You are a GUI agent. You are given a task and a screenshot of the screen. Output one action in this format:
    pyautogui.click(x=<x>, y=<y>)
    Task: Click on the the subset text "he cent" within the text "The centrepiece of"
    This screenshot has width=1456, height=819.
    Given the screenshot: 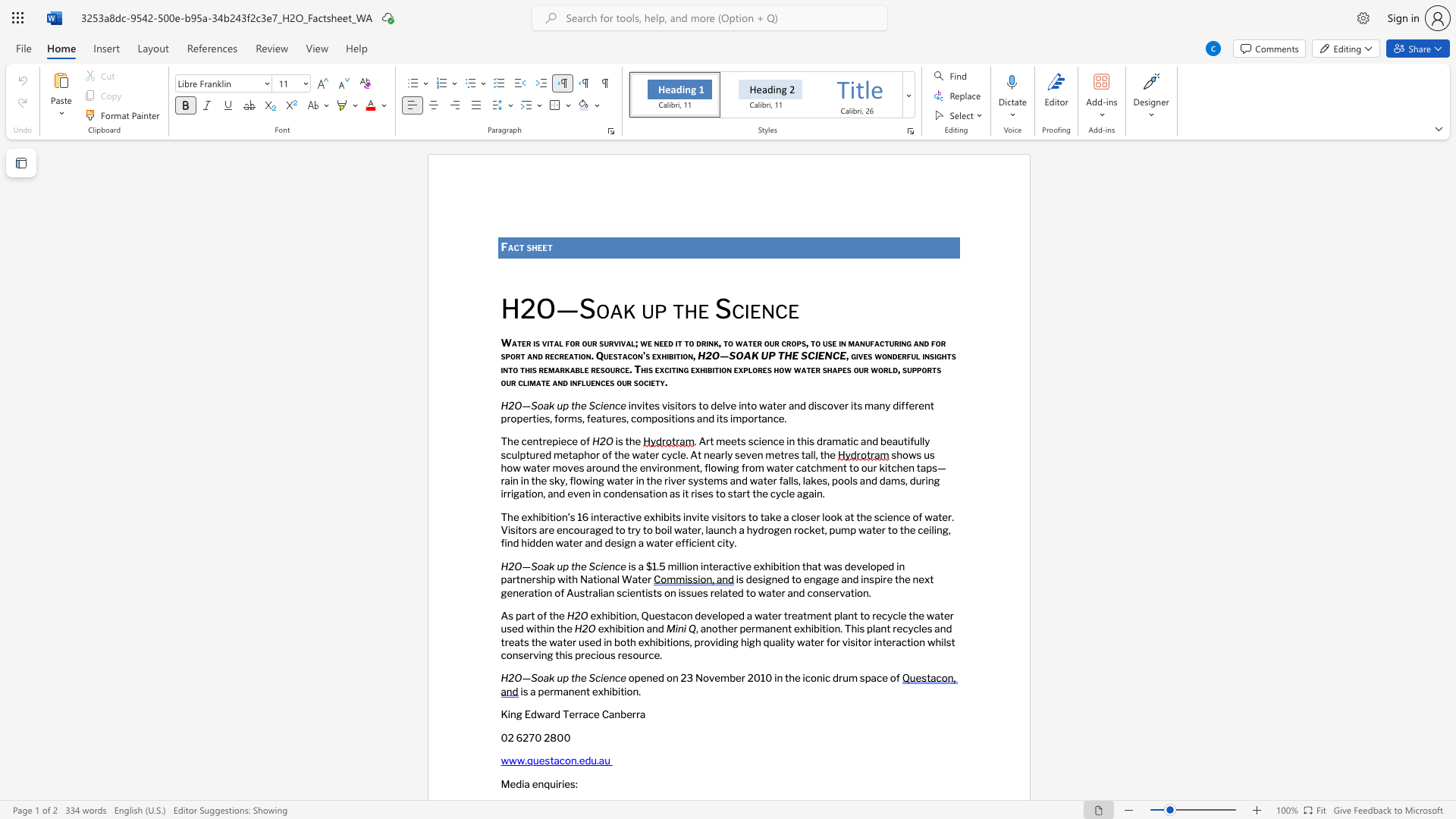 What is the action you would take?
    pyautogui.click(x=507, y=441)
    